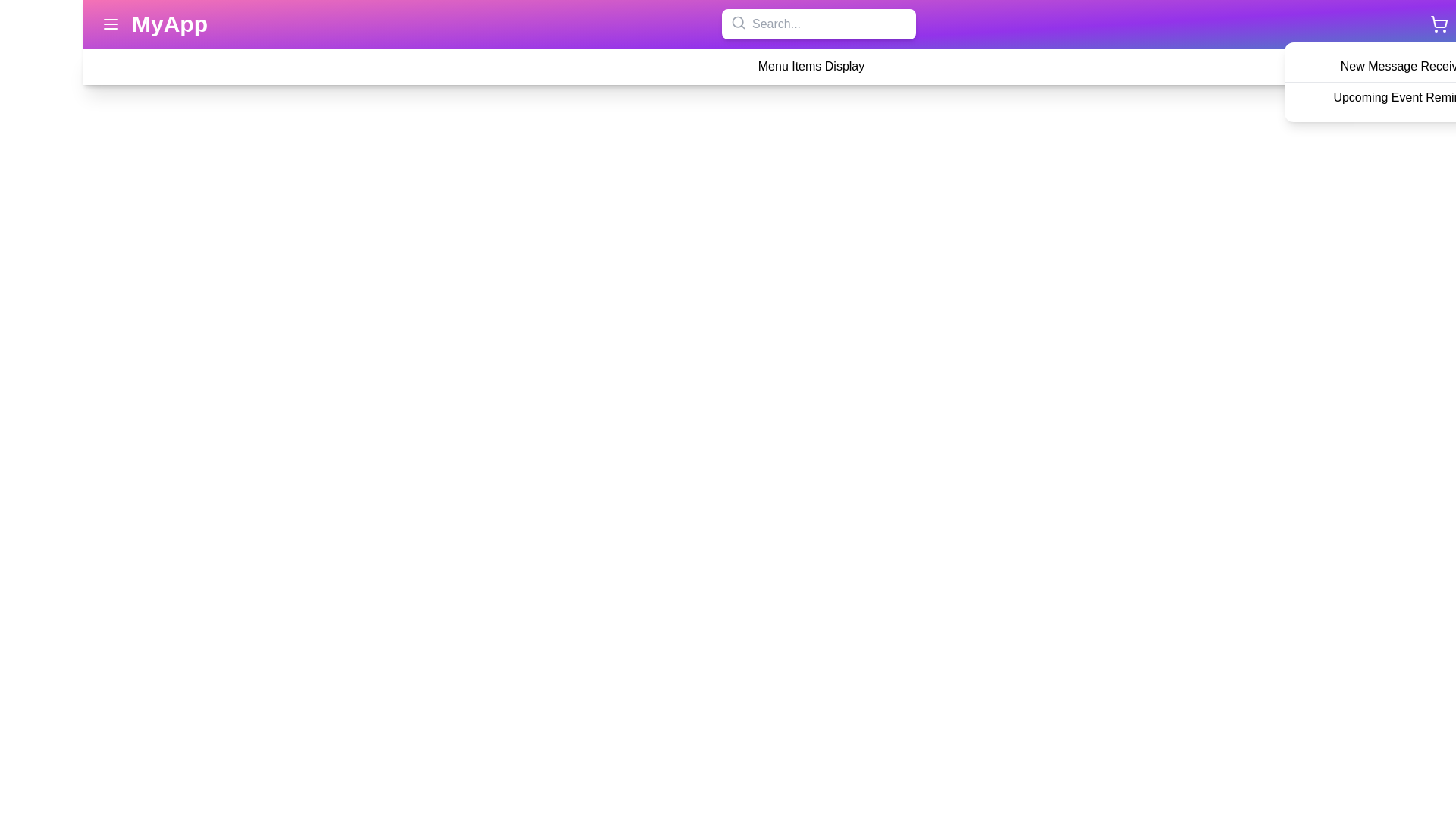  What do you see at coordinates (109, 24) in the screenshot?
I see `the menu icon to toggle the menu visibility` at bounding box center [109, 24].